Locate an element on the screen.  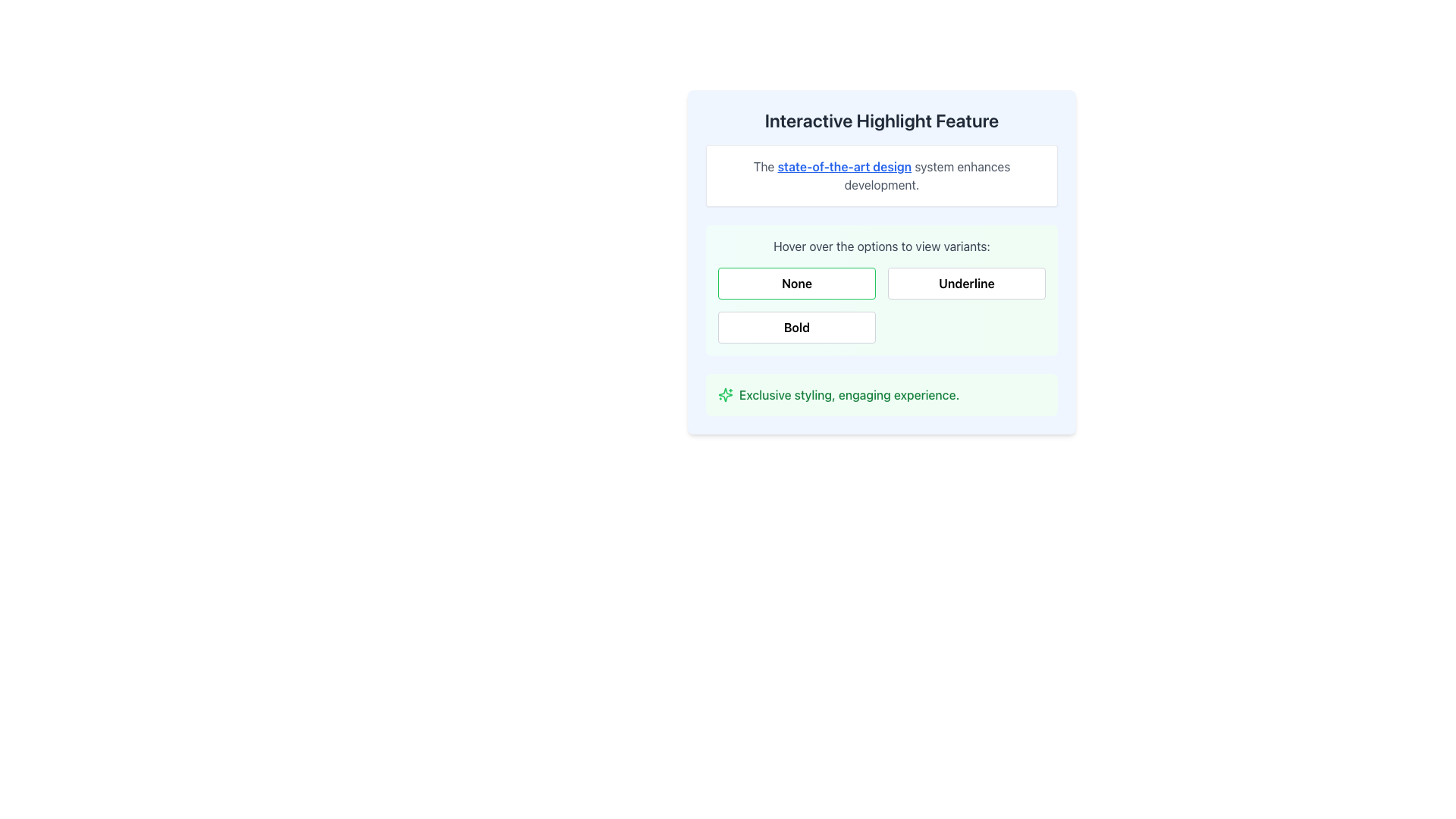
the informative text that highlights 'state-of-the-art design' within the sentence located near the top of the interface is located at coordinates (843, 166).